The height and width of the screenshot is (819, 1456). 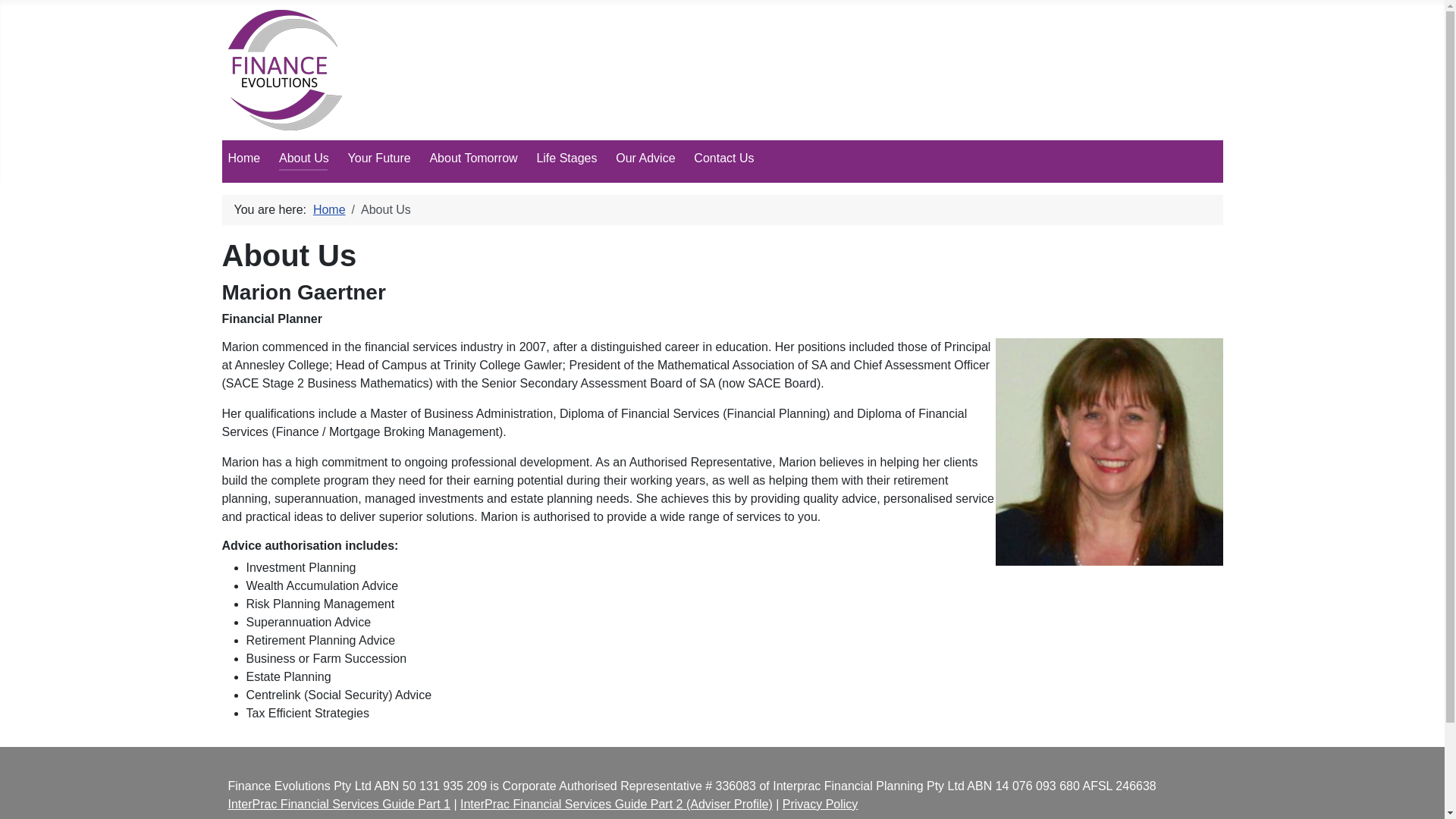 I want to click on 'Home', so click(x=328, y=209).